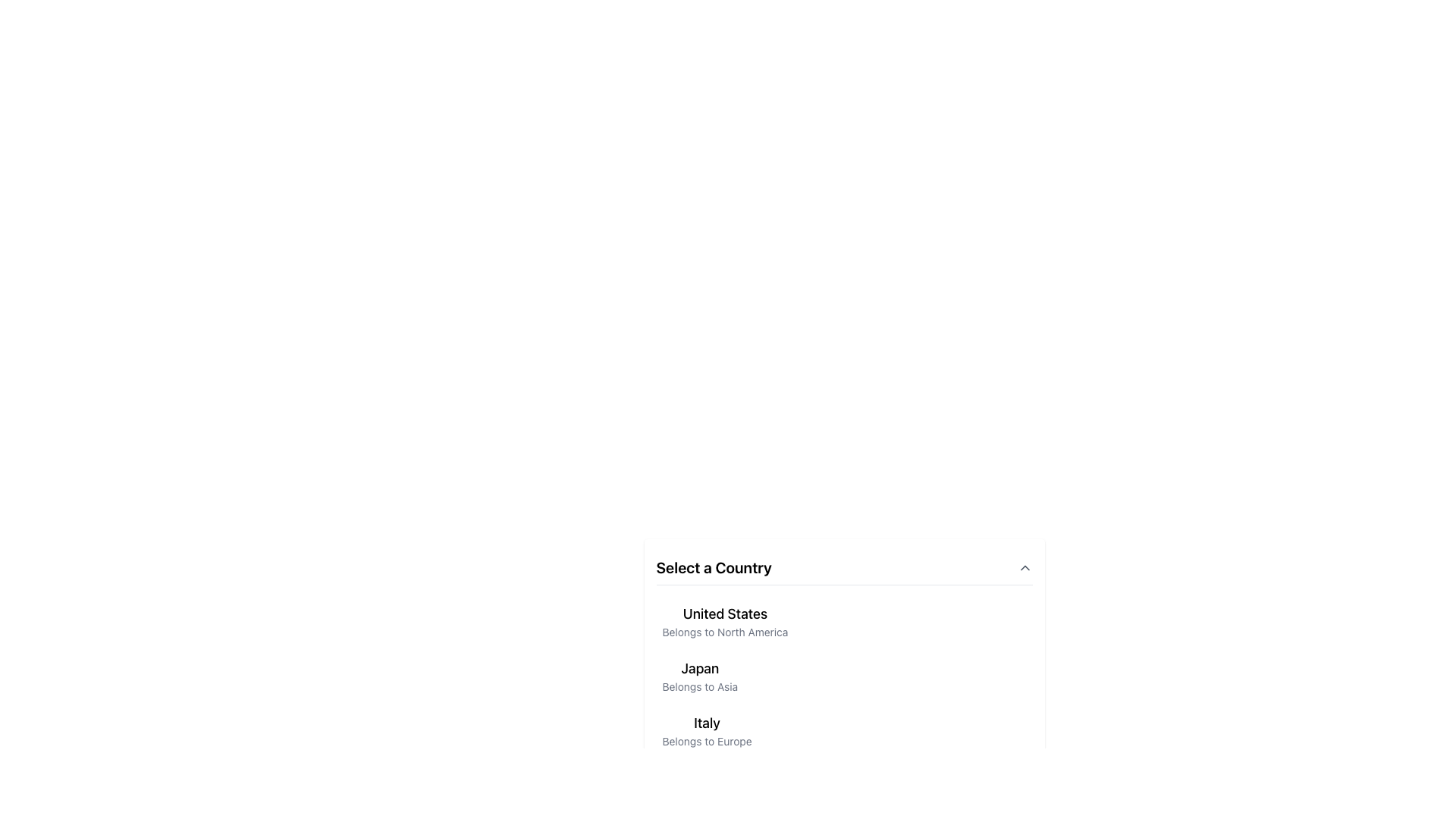  I want to click on displayed text of the 'United States' country label in the selectable list under the 'Select a Country' header, so click(724, 622).